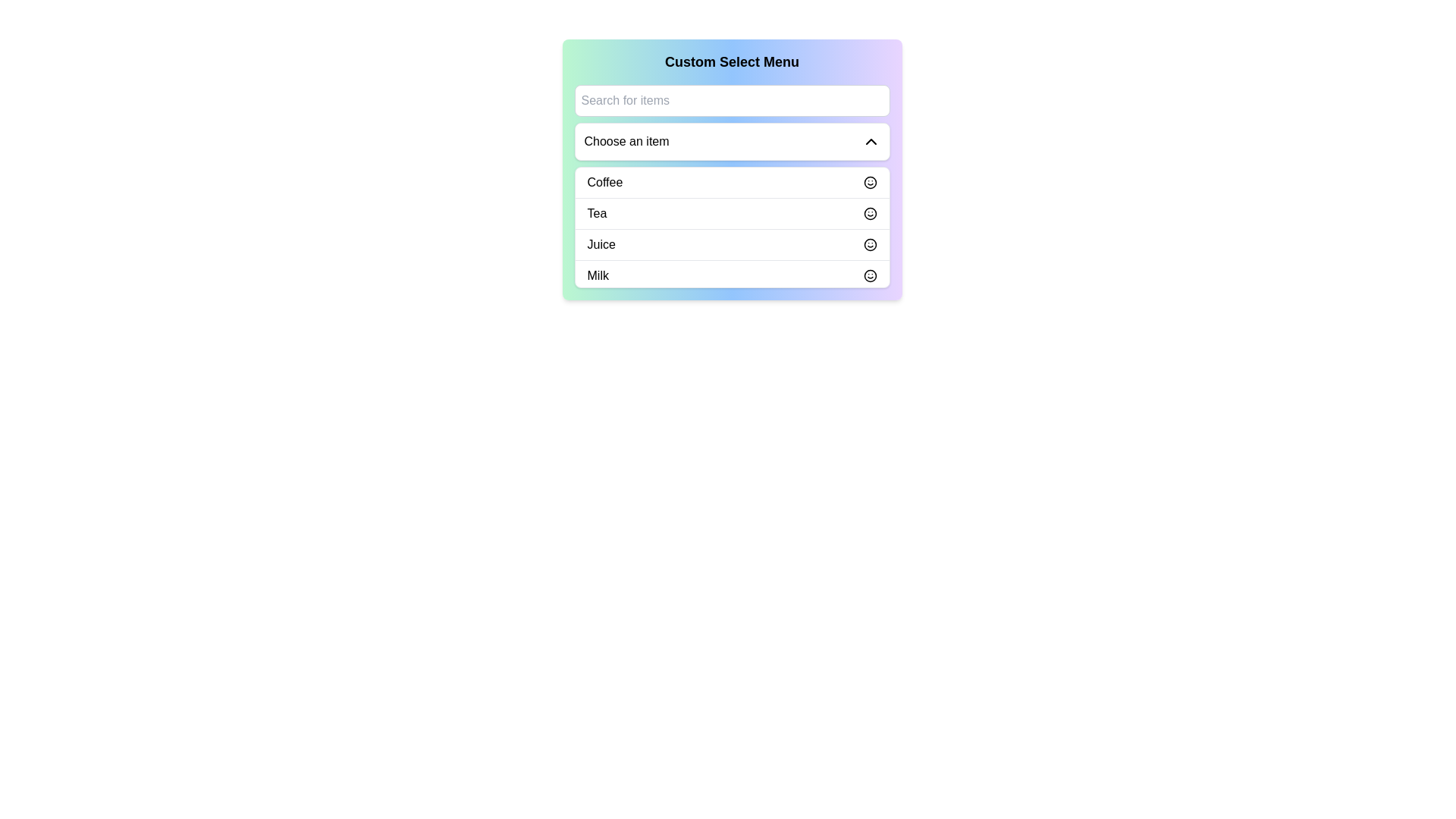 This screenshot has width=1456, height=819. Describe the element at coordinates (732, 213) in the screenshot. I see `the second selectable item in the drop-down menu labeled 'Tea'` at that location.